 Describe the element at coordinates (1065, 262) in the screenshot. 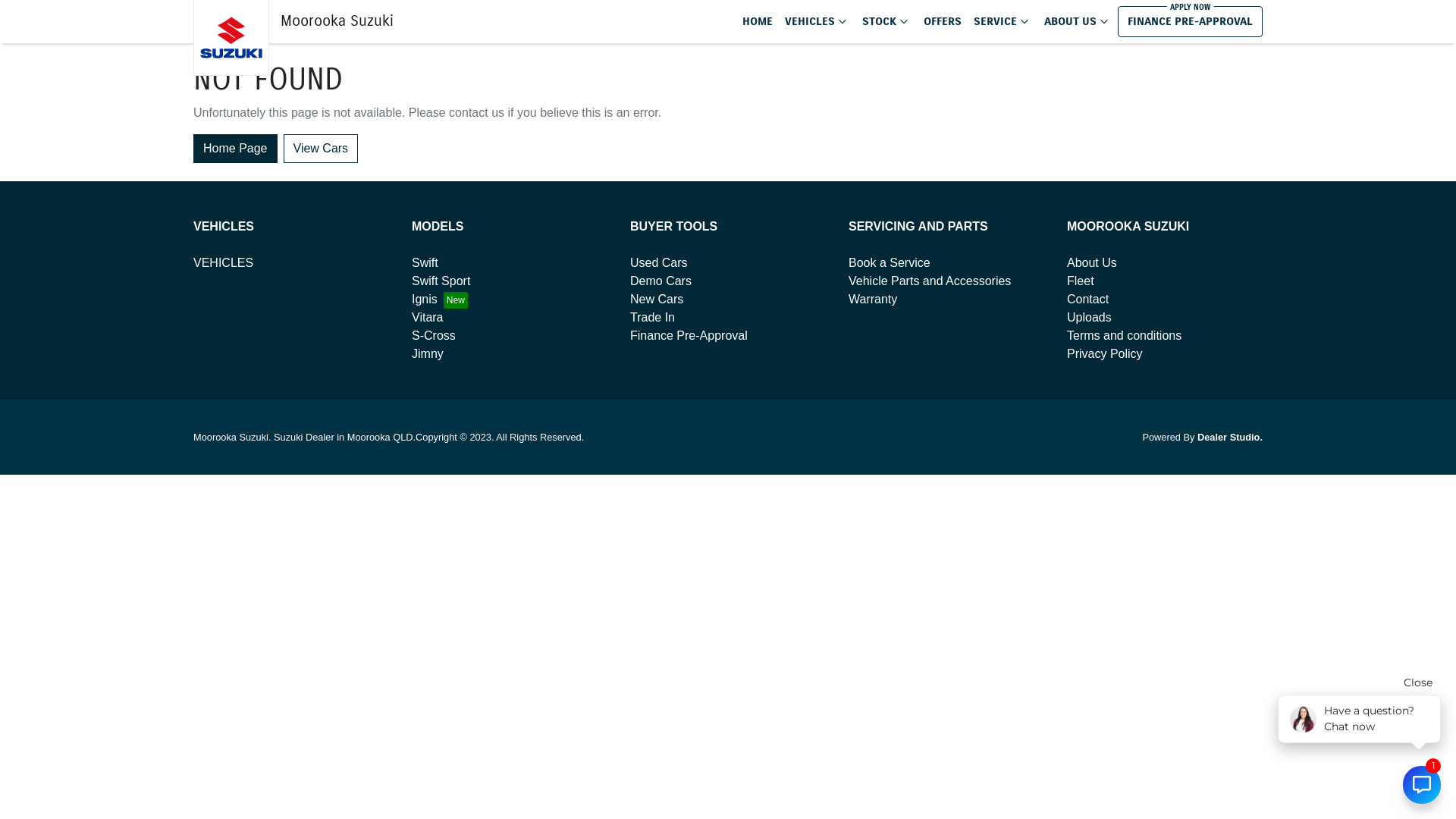

I see `'About Us'` at that location.